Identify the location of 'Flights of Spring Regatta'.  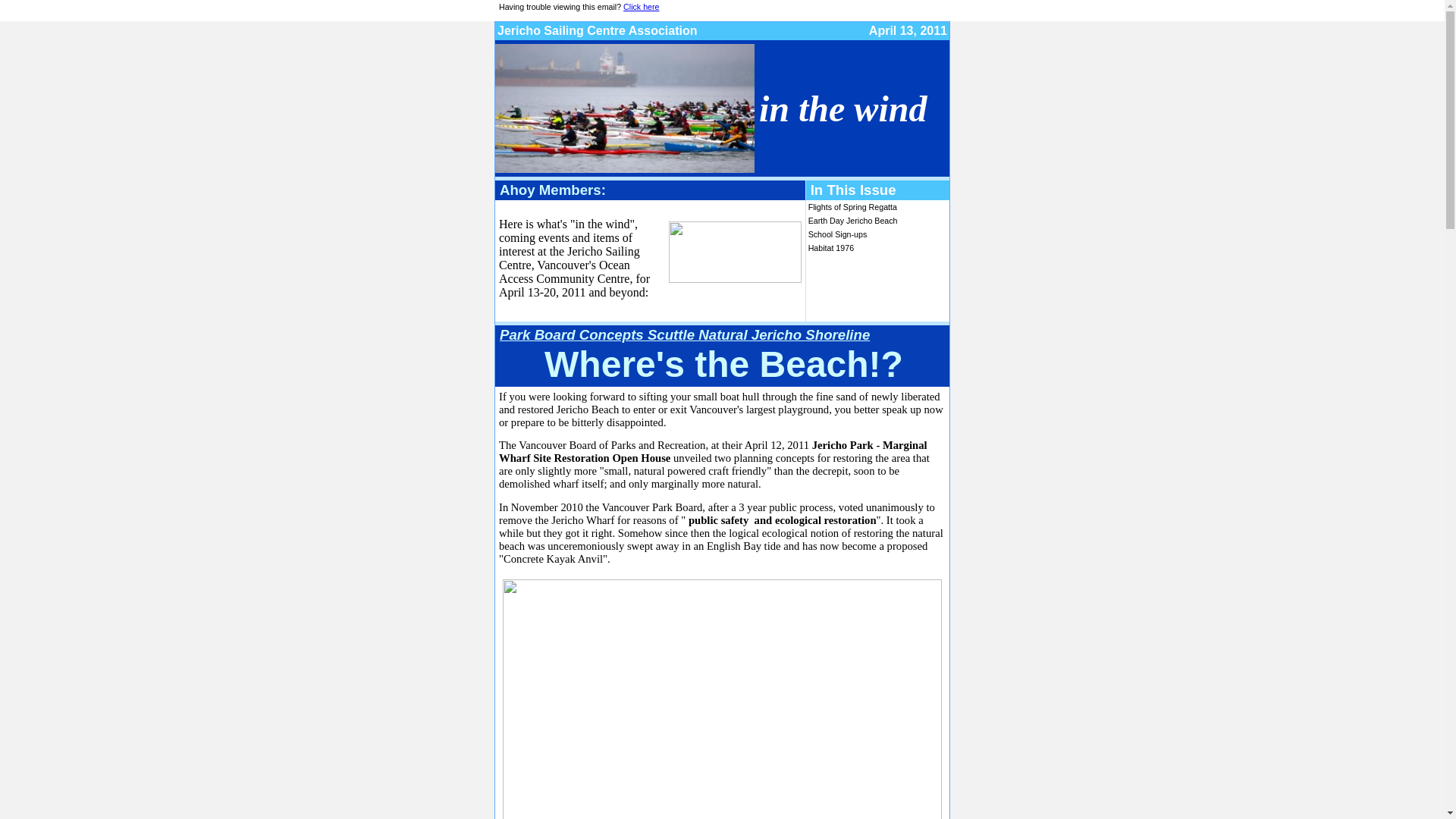
(807, 207).